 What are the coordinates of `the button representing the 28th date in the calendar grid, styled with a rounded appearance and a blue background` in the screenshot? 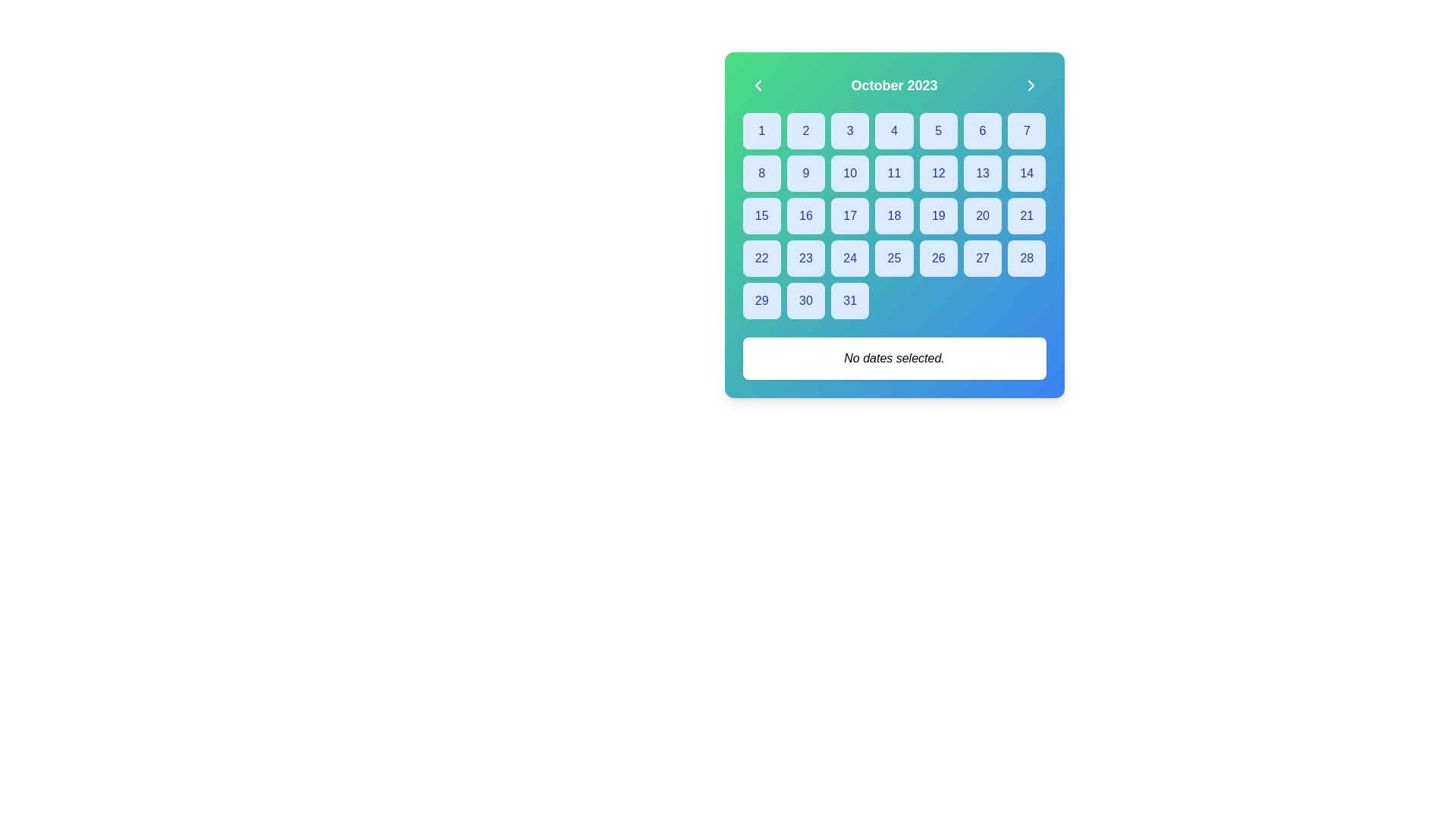 It's located at (1027, 257).